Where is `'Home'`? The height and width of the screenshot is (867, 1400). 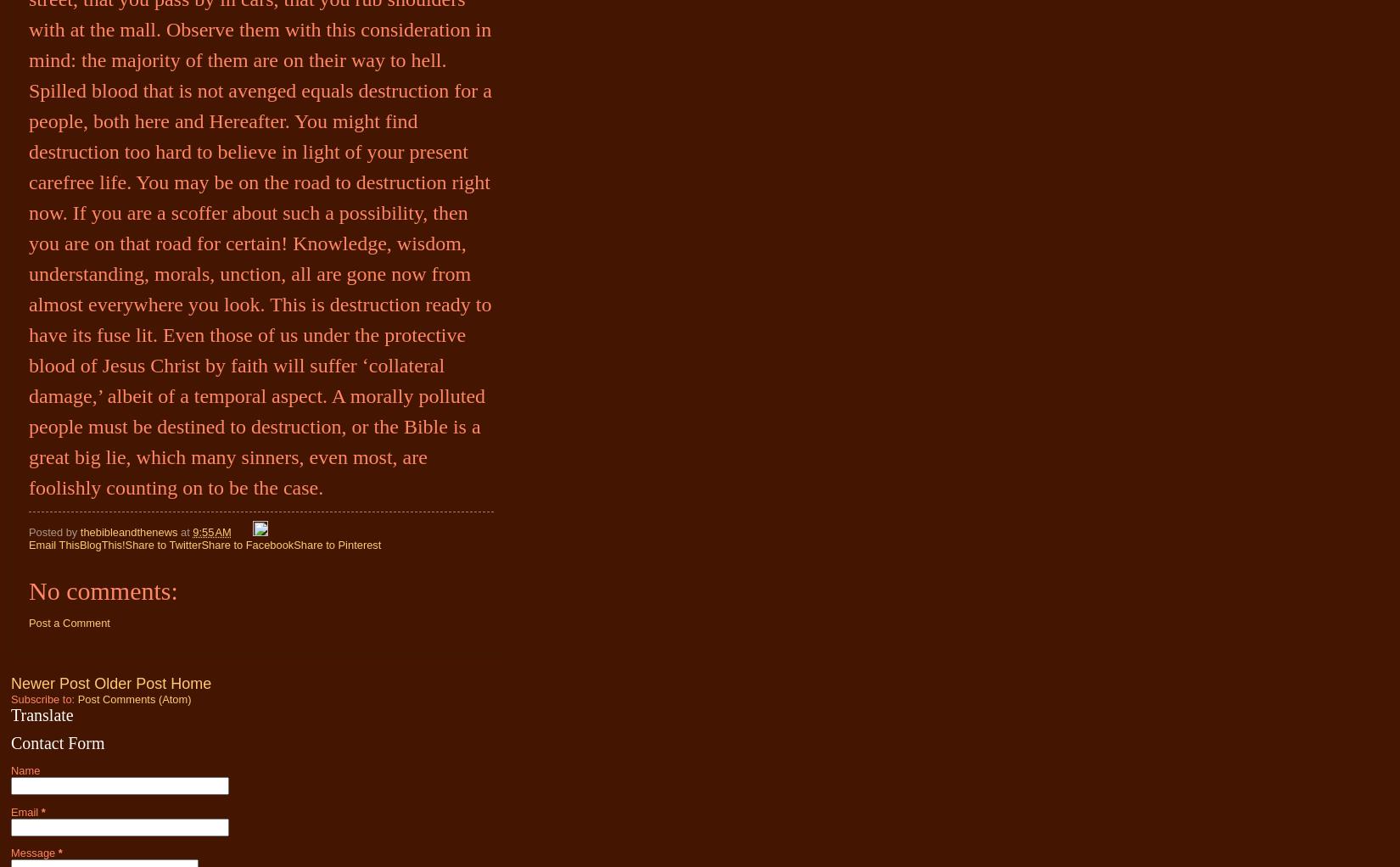
'Home' is located at coordinates (191, 682).